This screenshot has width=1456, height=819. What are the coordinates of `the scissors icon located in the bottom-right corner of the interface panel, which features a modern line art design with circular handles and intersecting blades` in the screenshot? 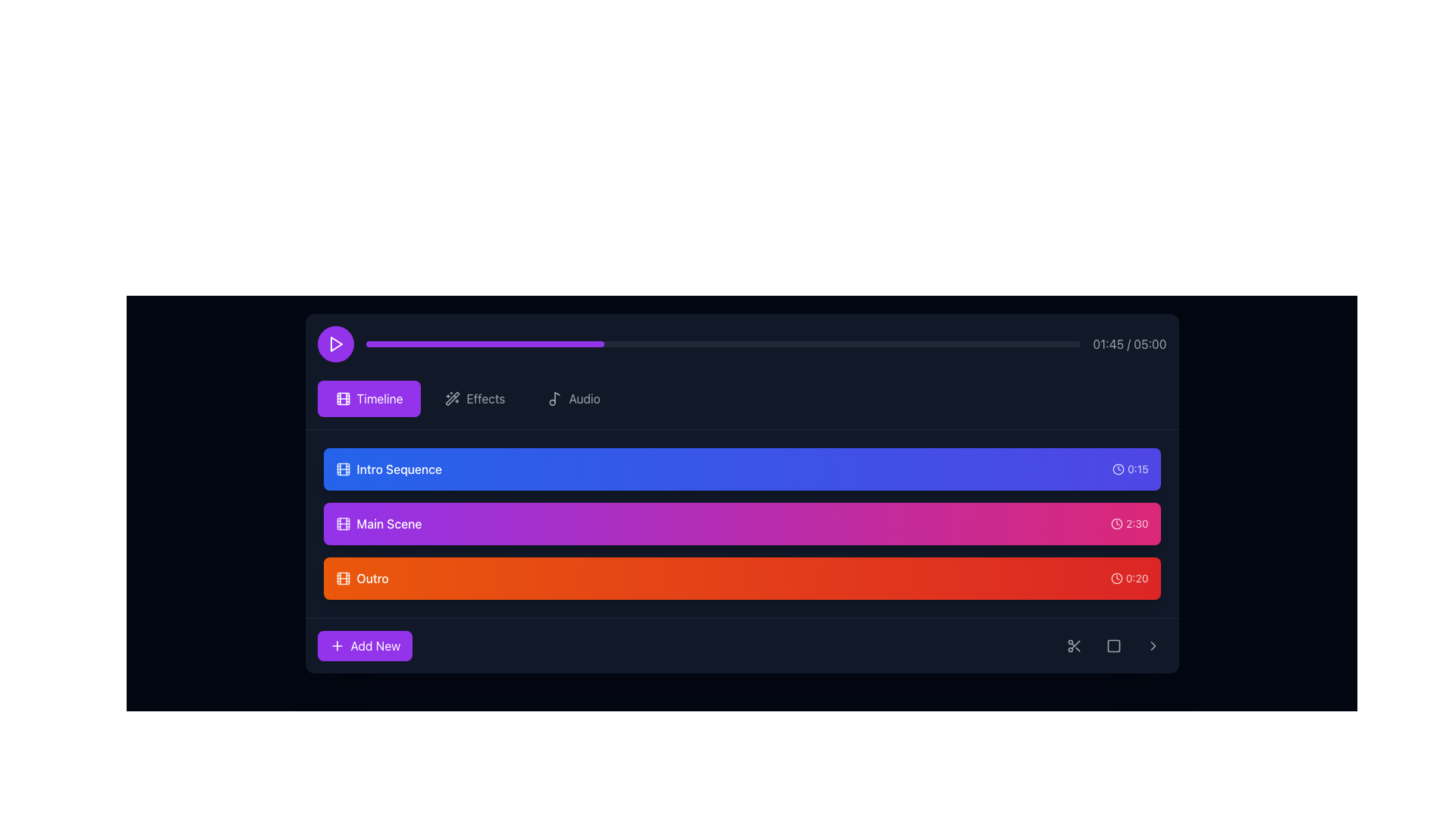 It's located at (1073, 646).